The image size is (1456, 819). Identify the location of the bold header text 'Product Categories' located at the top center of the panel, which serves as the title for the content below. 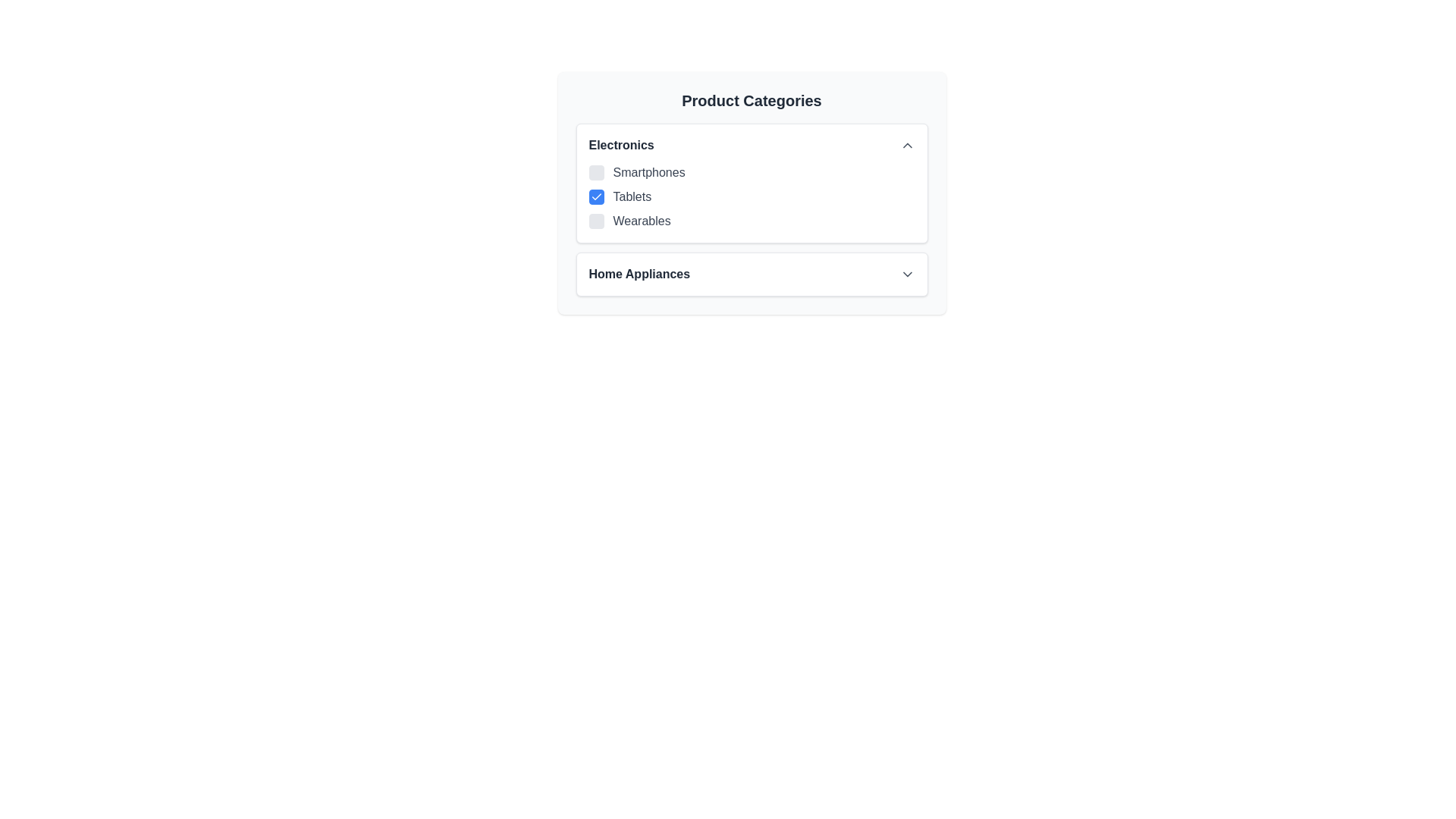
(752, 100).